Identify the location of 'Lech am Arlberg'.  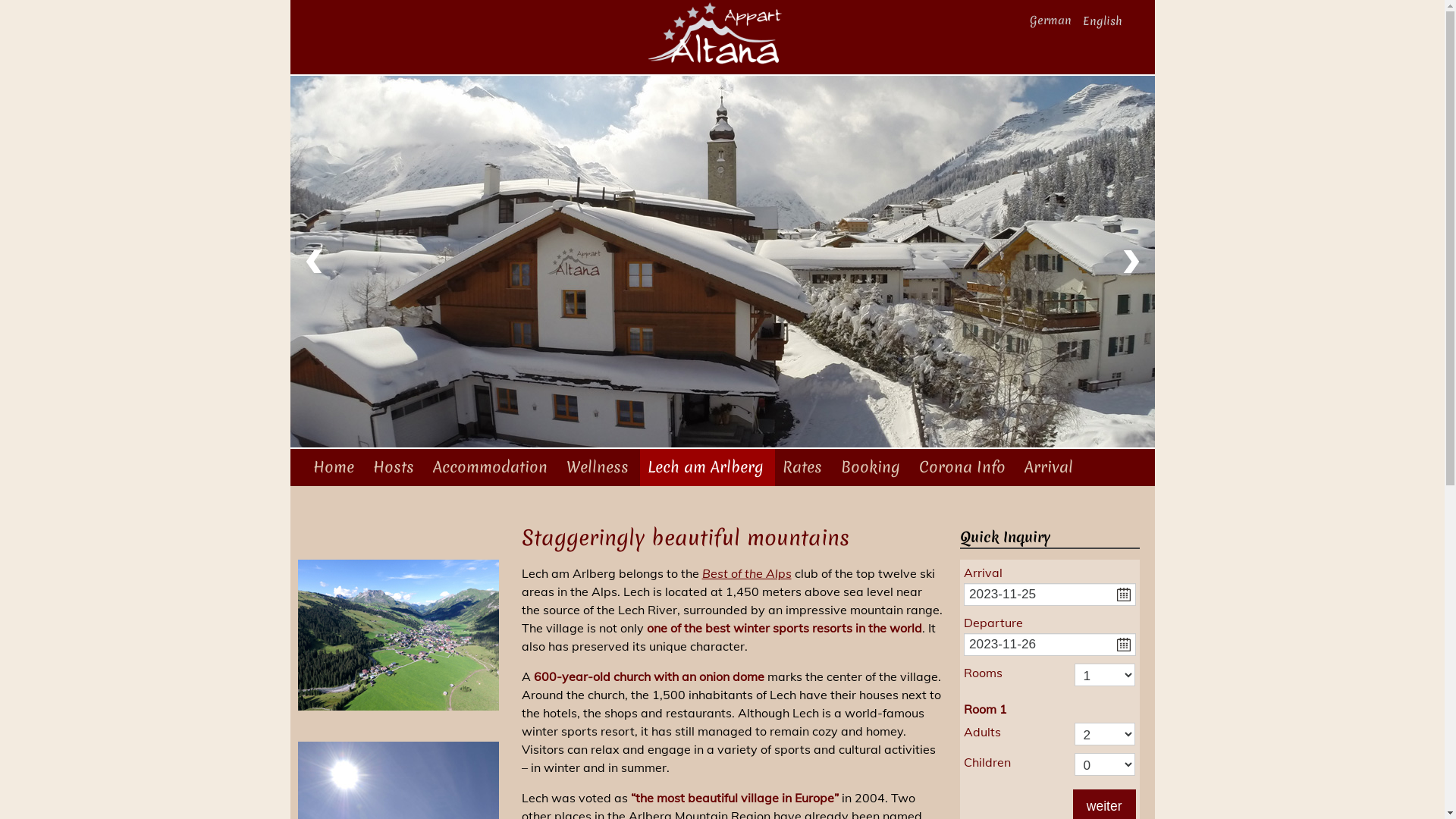
(706, 466).